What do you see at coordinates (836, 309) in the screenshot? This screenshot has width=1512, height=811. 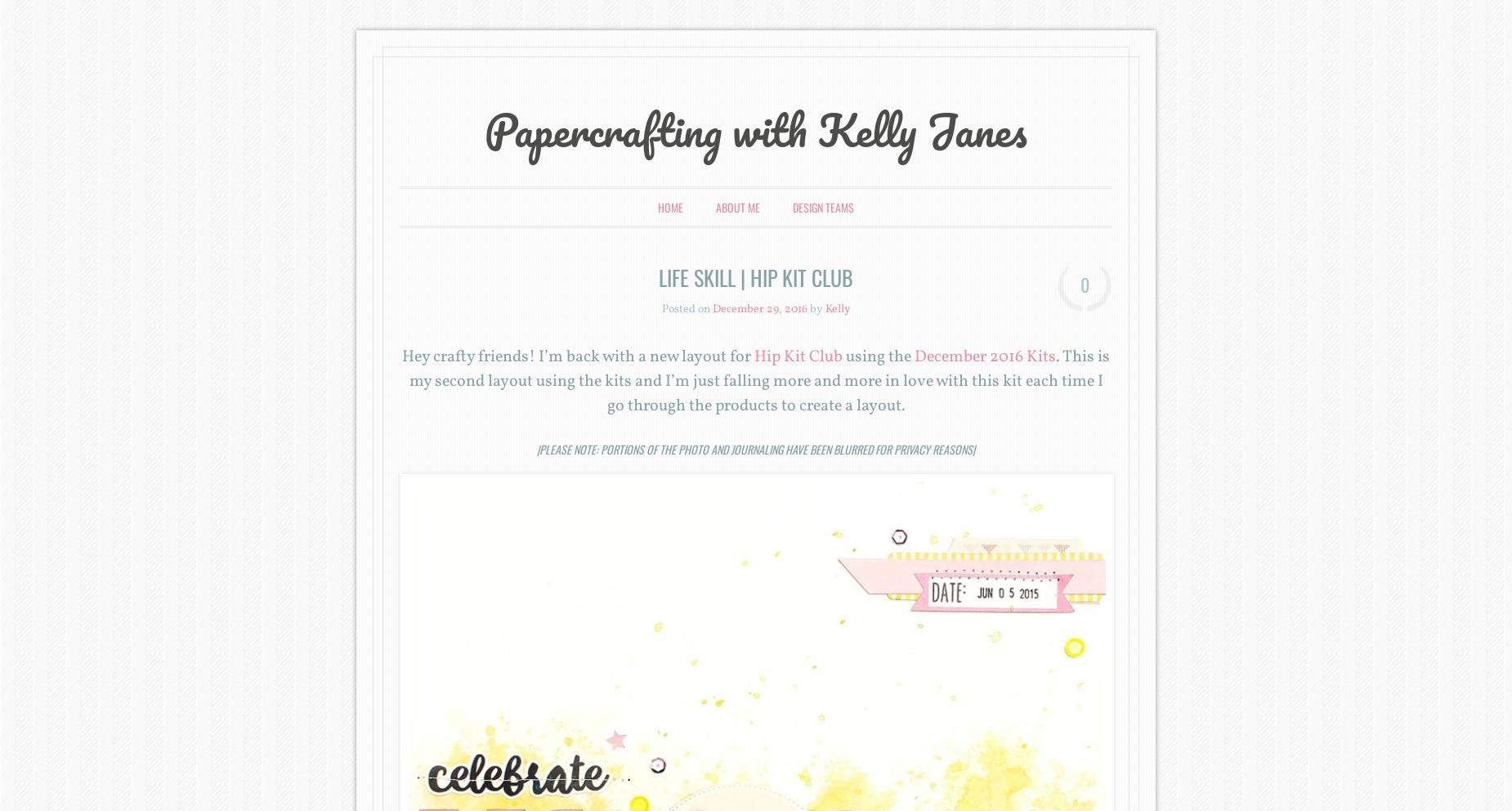 I see `'Kelly'` at bounding box center [836, 309].